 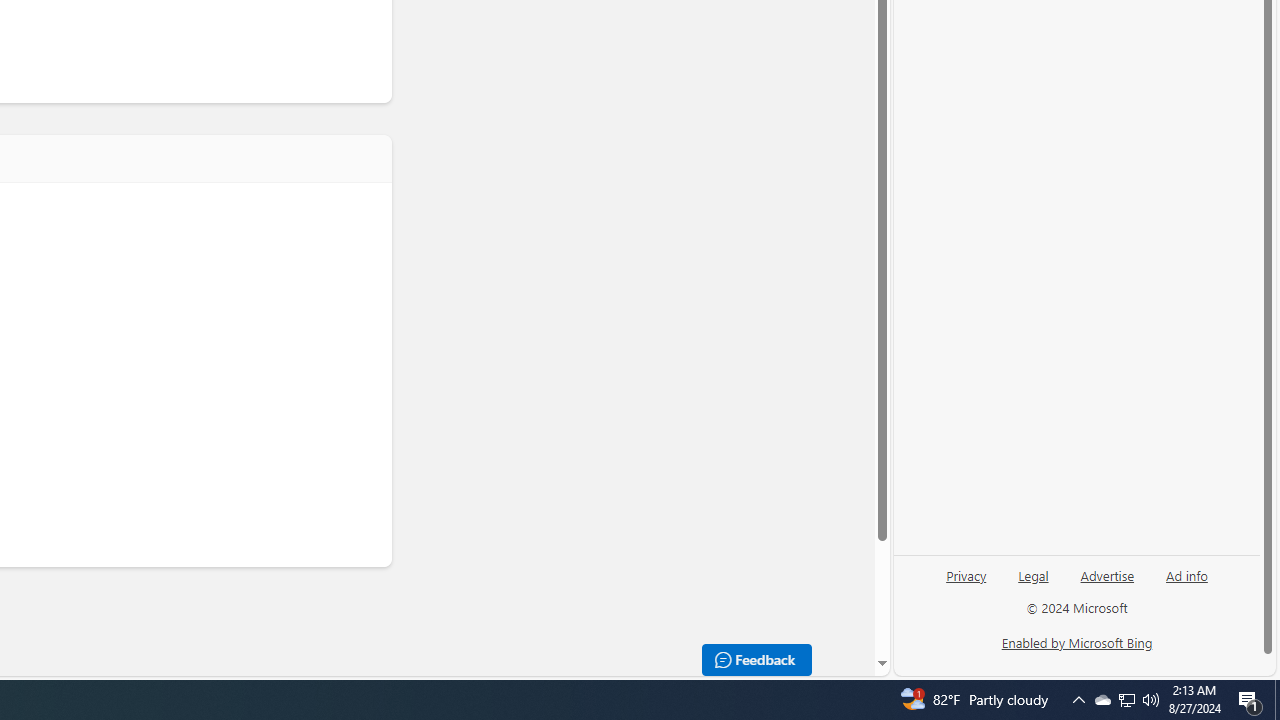 I want to click on 'Advertise', so click(x=1106, y=583).